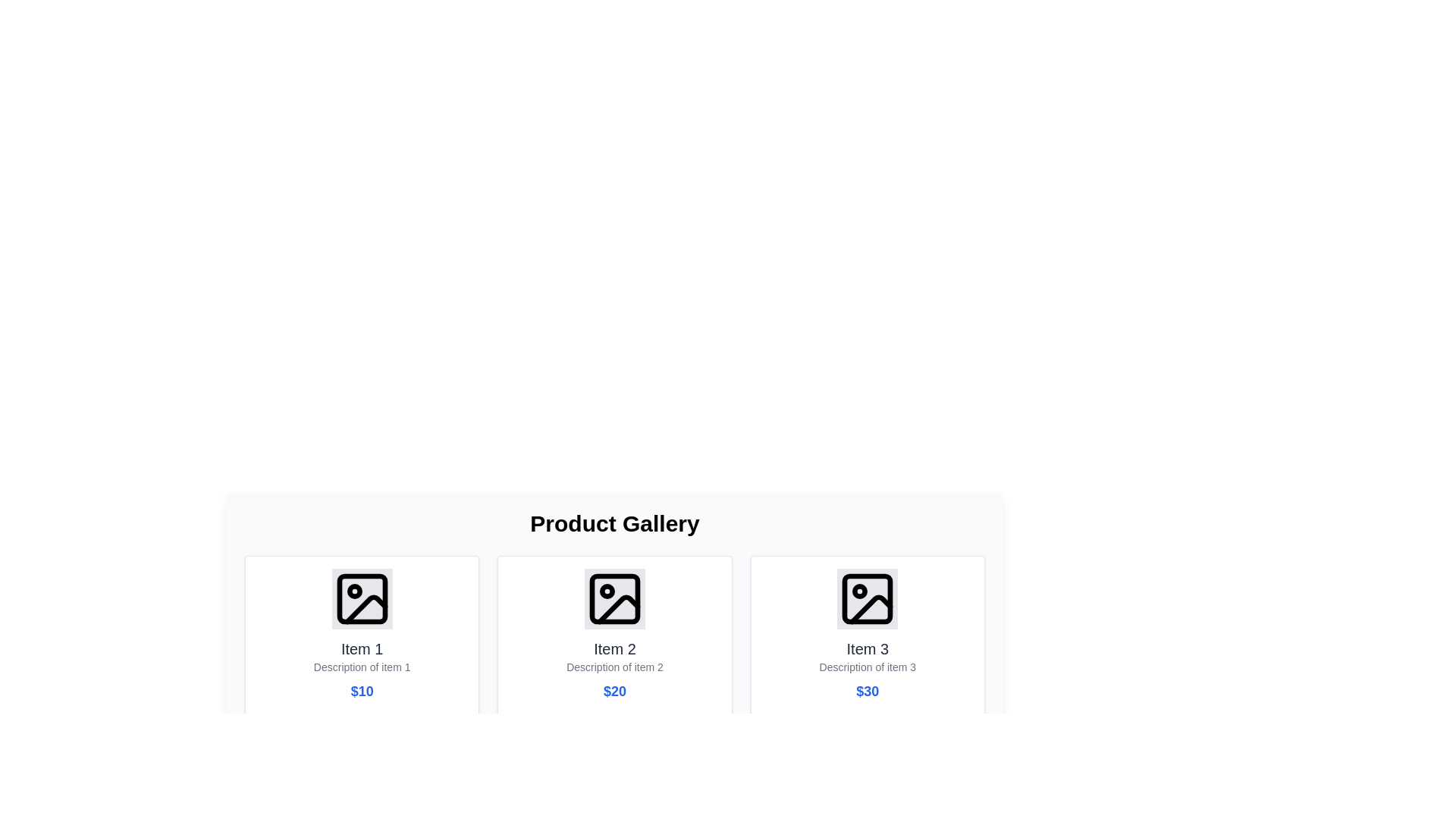 The image size is (1456, 819). What do you see at coordinates (615, 598) in the screenshot?
I see `the appearance of the image placeholder located at the top center of the card labeled 'Item 2.'` at bounding box center [615, 598].